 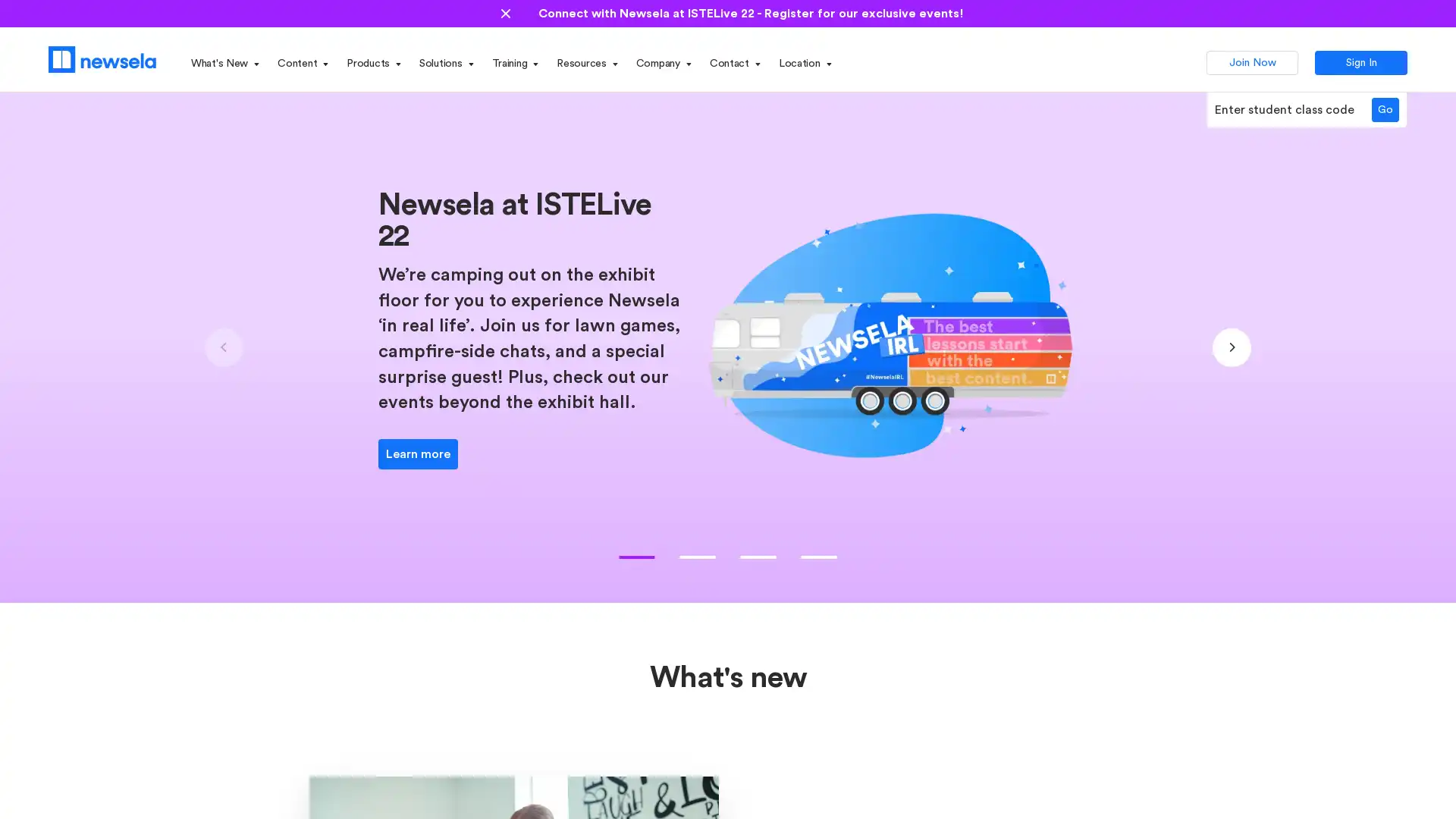 I want to click on Open What's New dropdown, so click(x=258, y=62).